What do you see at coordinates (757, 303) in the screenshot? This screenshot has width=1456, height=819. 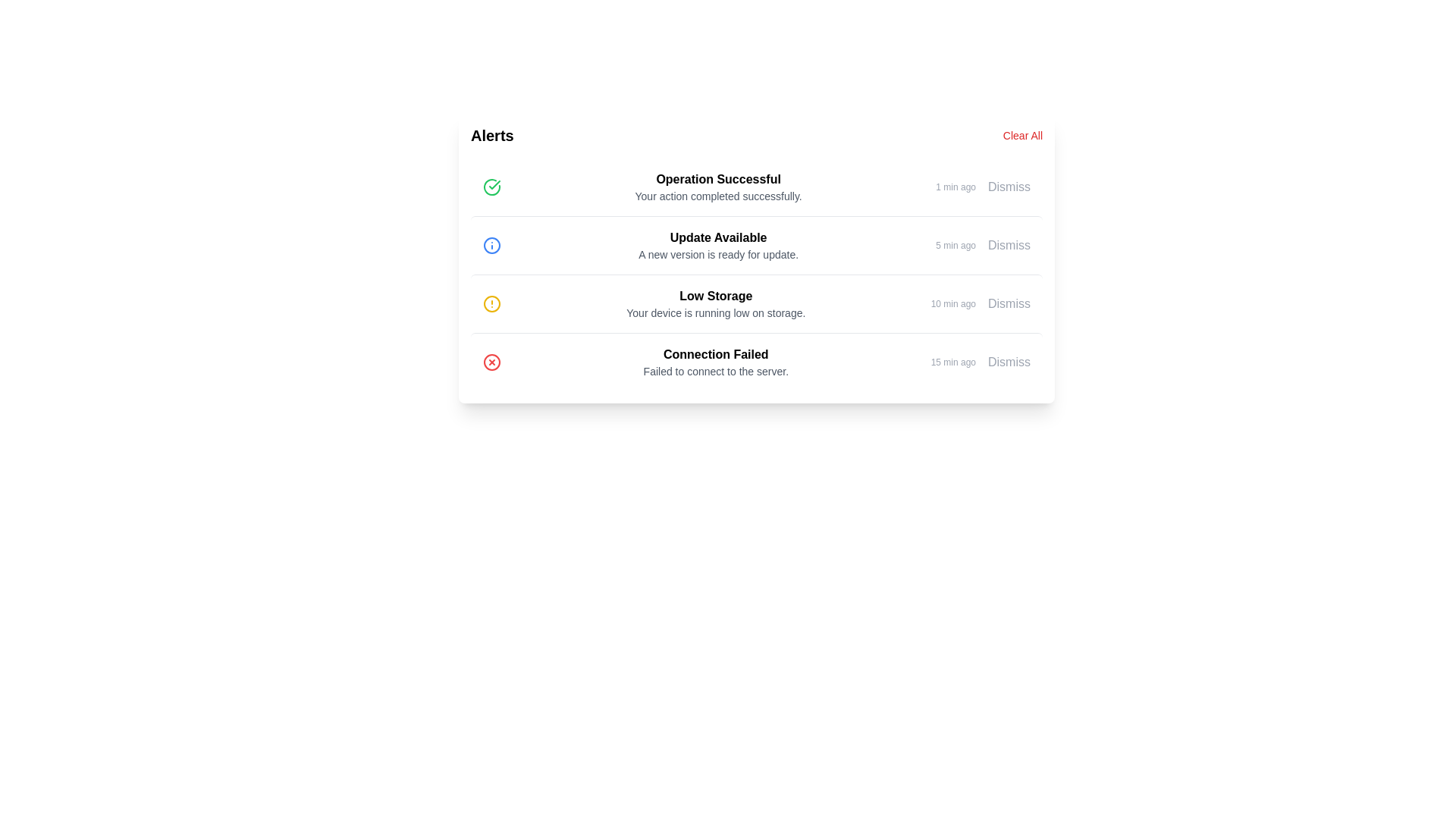 I see `the Notification Alert that indicates low storage, located as the third notification in the list, between 'Update Available' and 'Connection Failed'` at bounding box center [757, 303].